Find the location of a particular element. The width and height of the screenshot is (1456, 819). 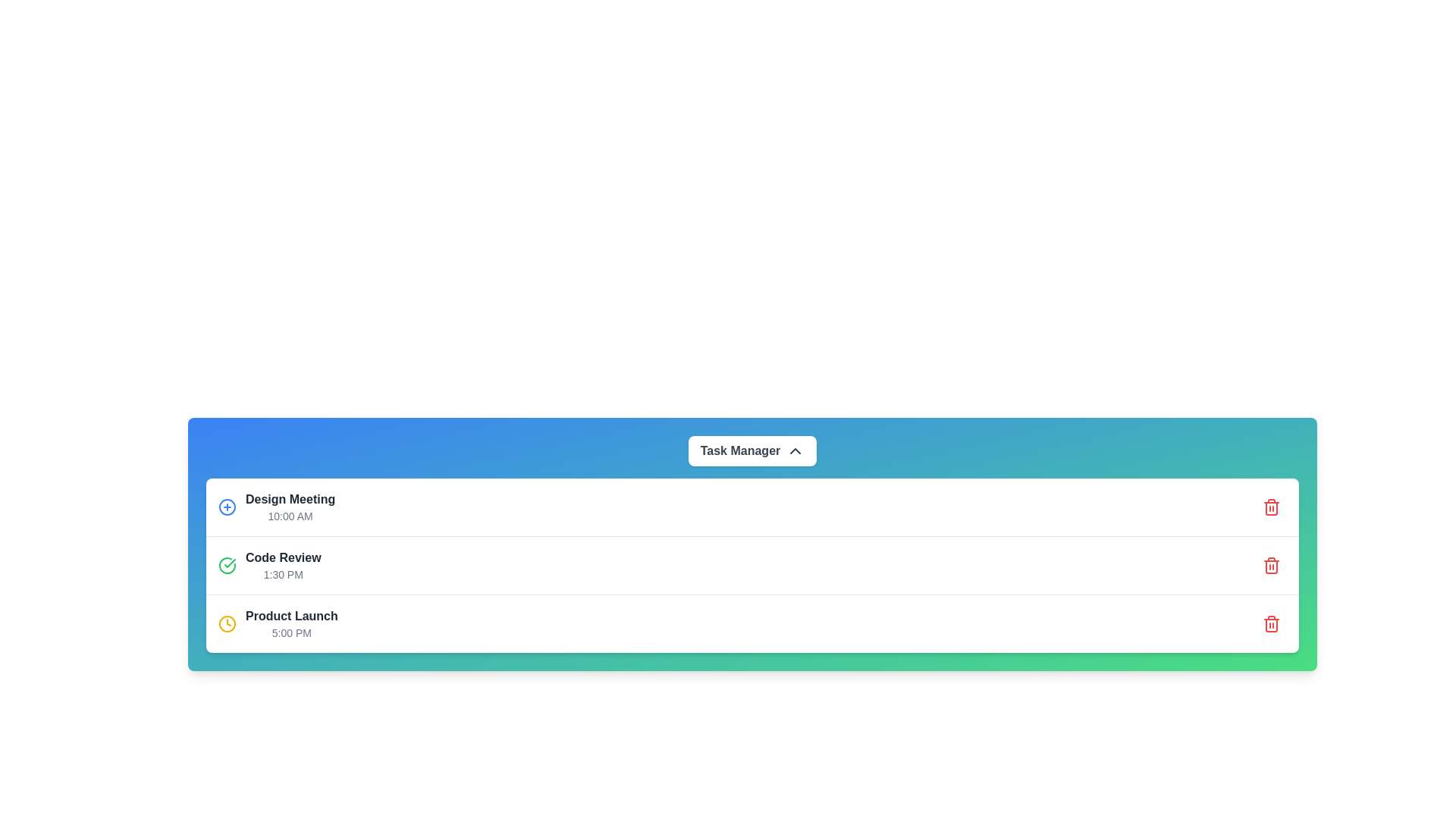

the text display component that shows the name and scheduled time of the task 'Design Meeting' in the task management interface, located in the first row of the task list is located at coordinates (290, 507).